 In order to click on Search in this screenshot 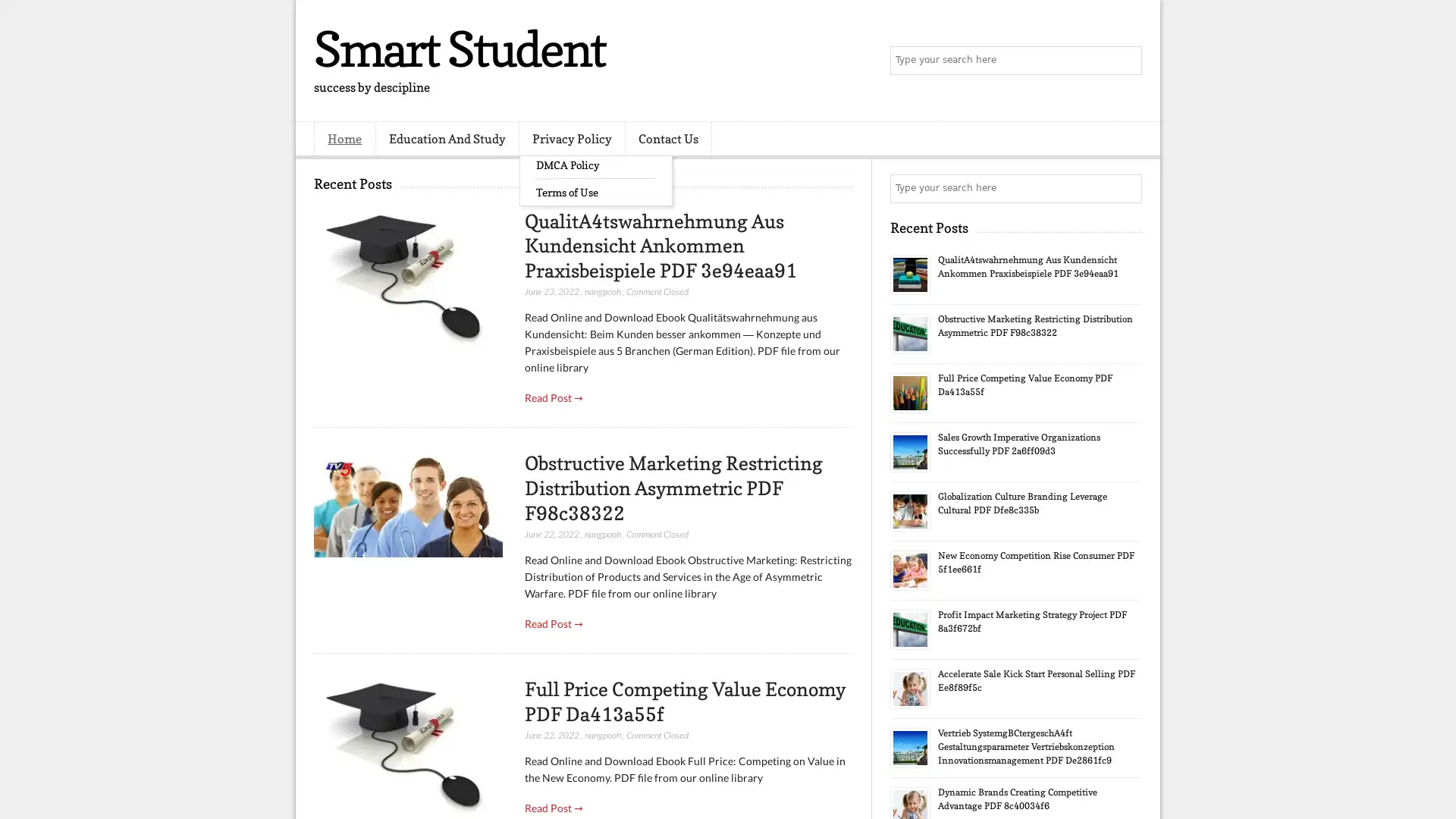, I will do `click(1126, 188)`.